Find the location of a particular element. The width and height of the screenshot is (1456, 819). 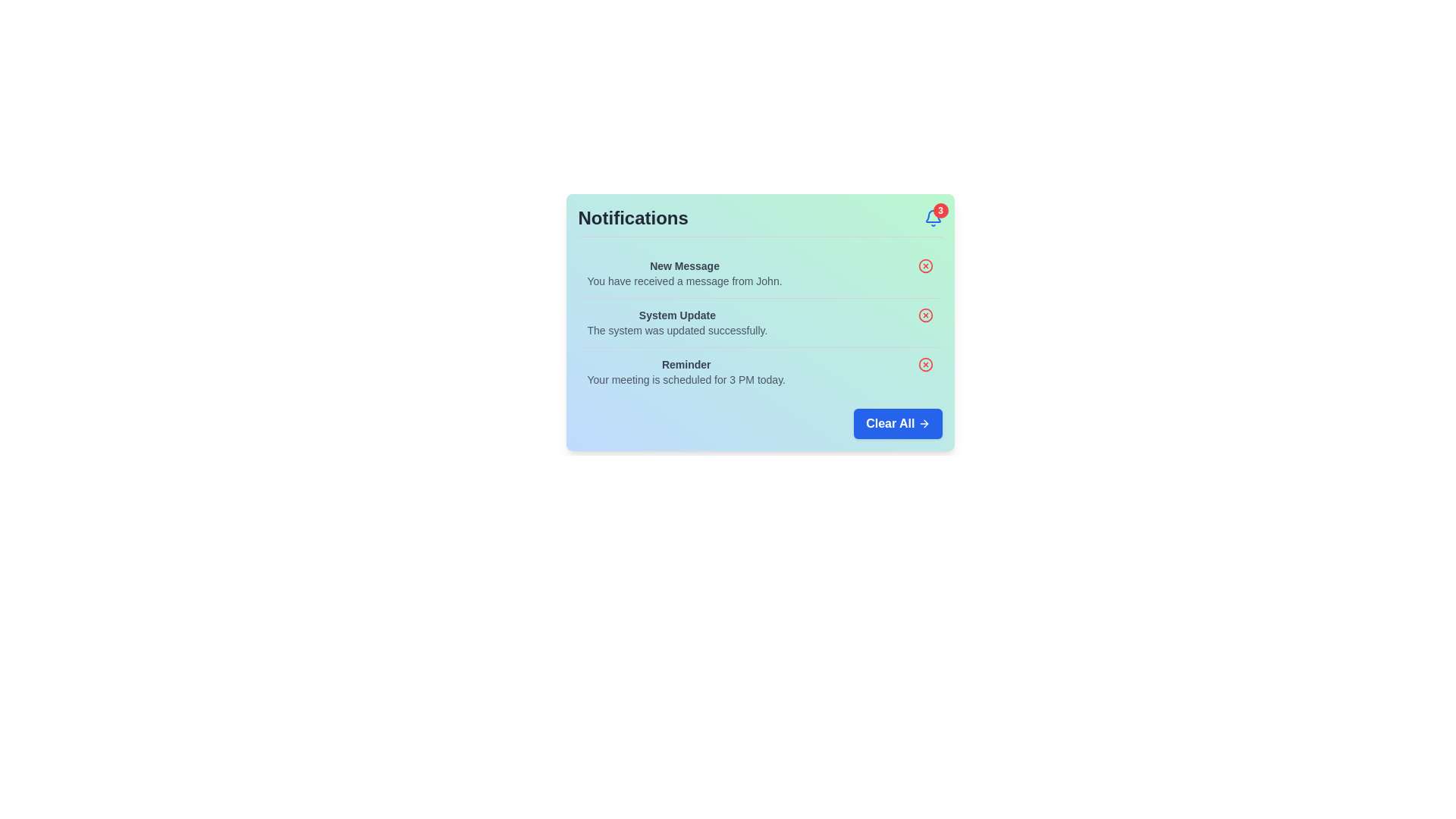

the text content that informs the user about receiving a new message, located in the top-left of the notification box under the header 'Notifications.' is located at coordinates (683, 274).